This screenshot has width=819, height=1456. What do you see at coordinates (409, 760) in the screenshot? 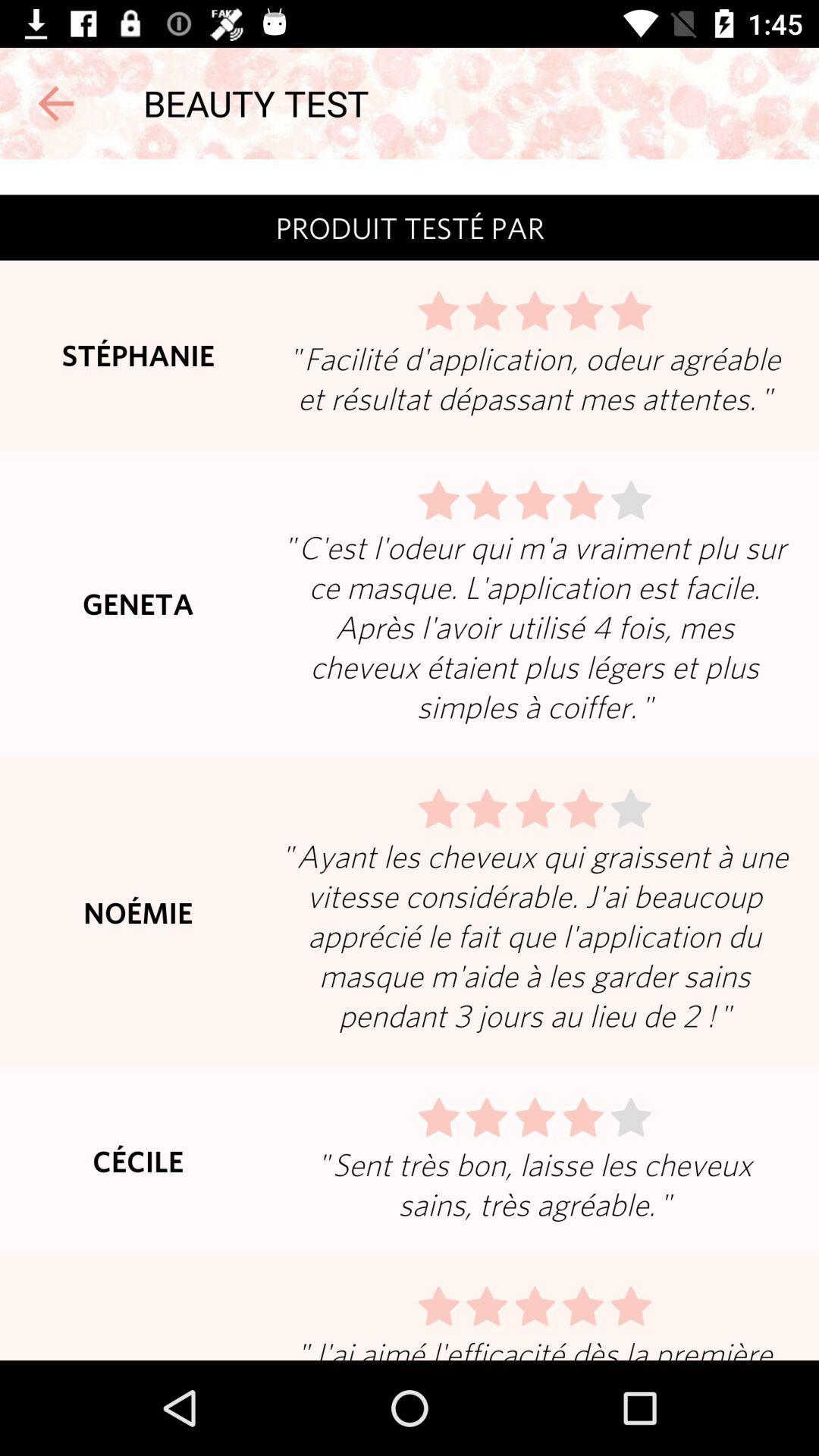
I see `description` at bounding box center [409, 760].